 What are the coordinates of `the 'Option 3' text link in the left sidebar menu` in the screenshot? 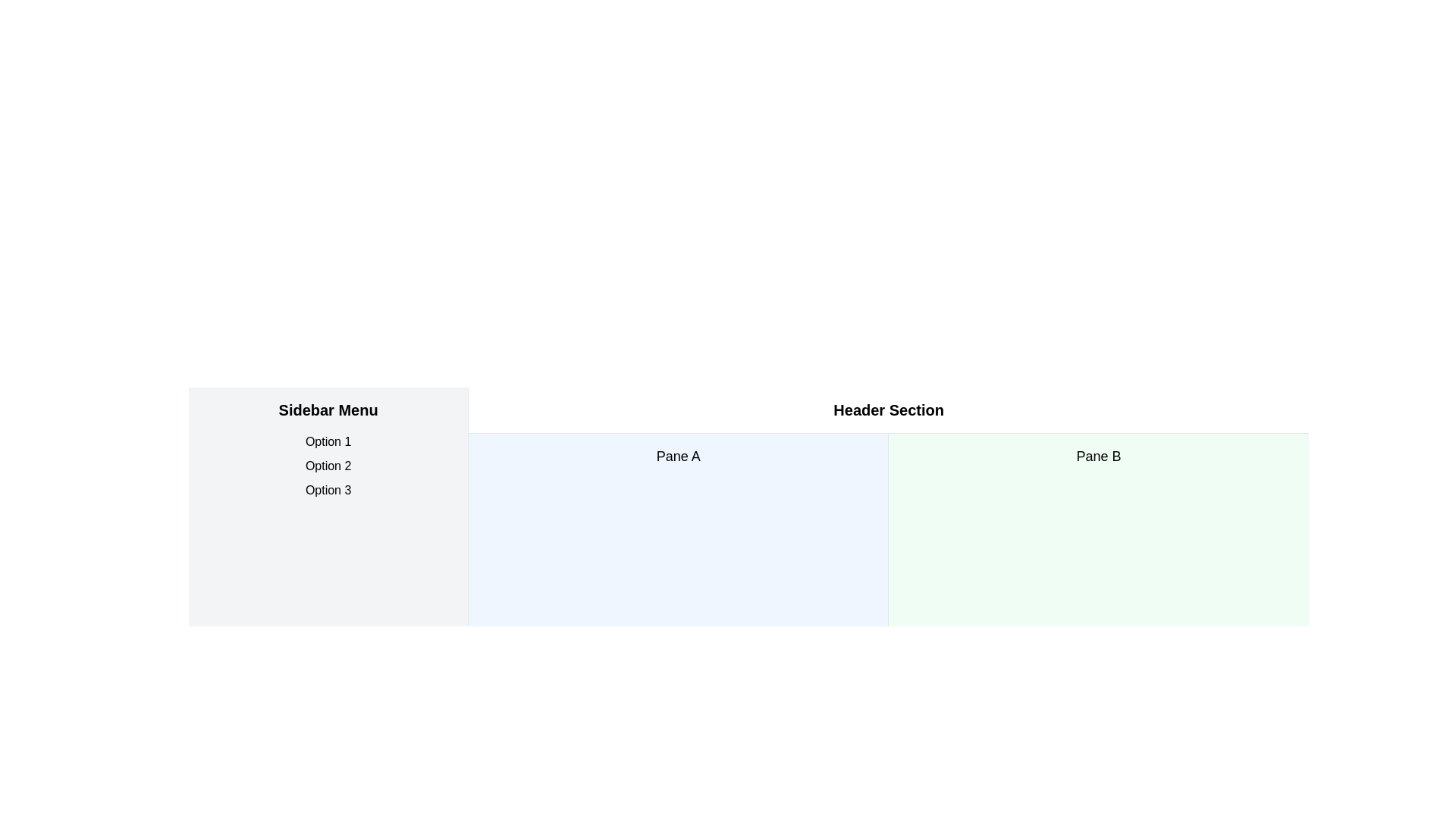 It's located at (327, 491).